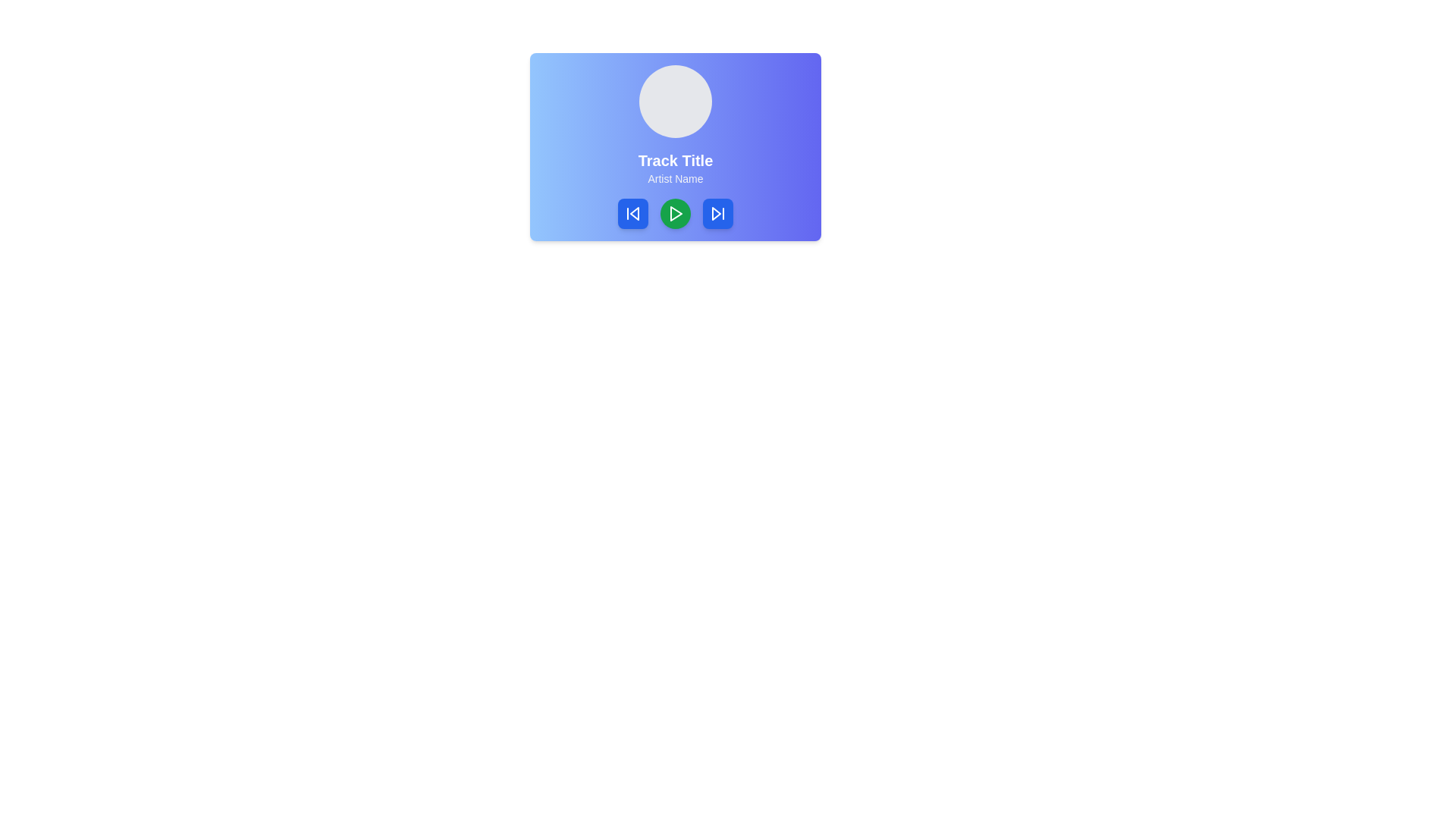  What do you see at coordinates (633, 213) in the screenshot?
I see `the backward skip button` at bounding box center [633, 213].